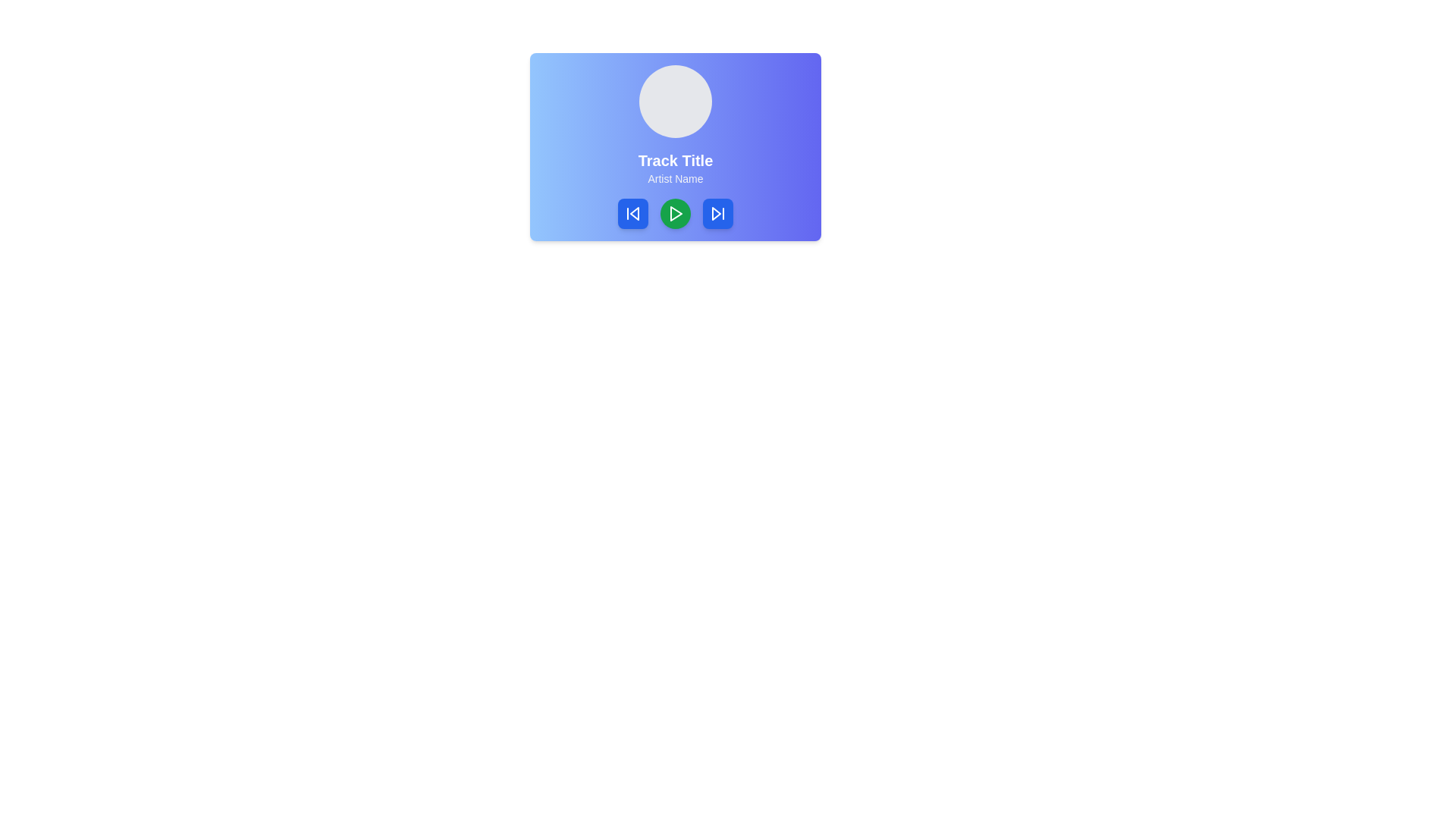  What do you see at coordinates (633, 213) in the screenshot?
I see `the backward skip button` at bounding box center [633, 213].